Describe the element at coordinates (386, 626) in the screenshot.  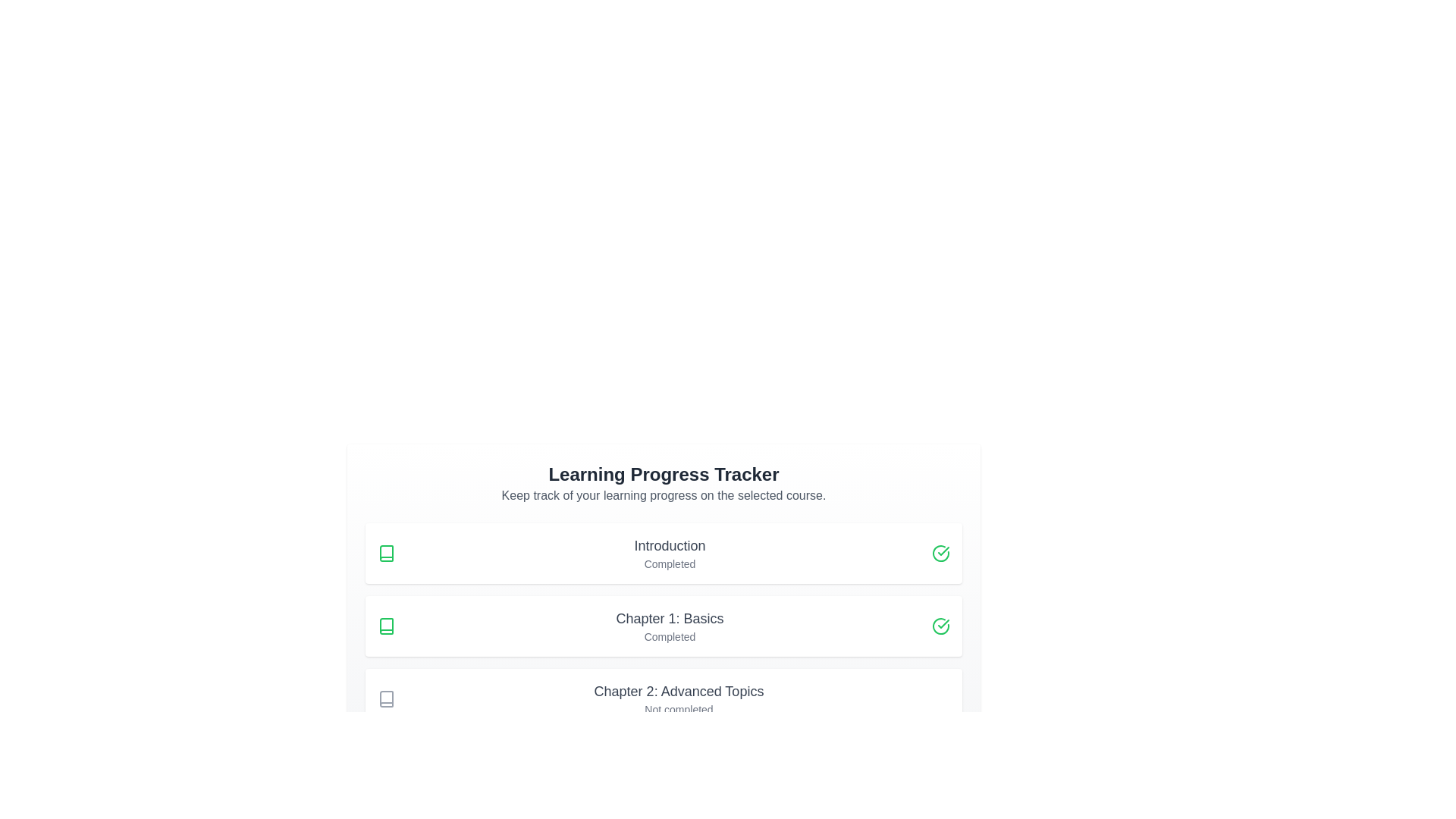
I see `the book icon that represents 'Chapter 1: Basics', which is the second indicator in its row and is located between 'Introduction' and 'Chapter 2: Advanced Topics'` at that location.